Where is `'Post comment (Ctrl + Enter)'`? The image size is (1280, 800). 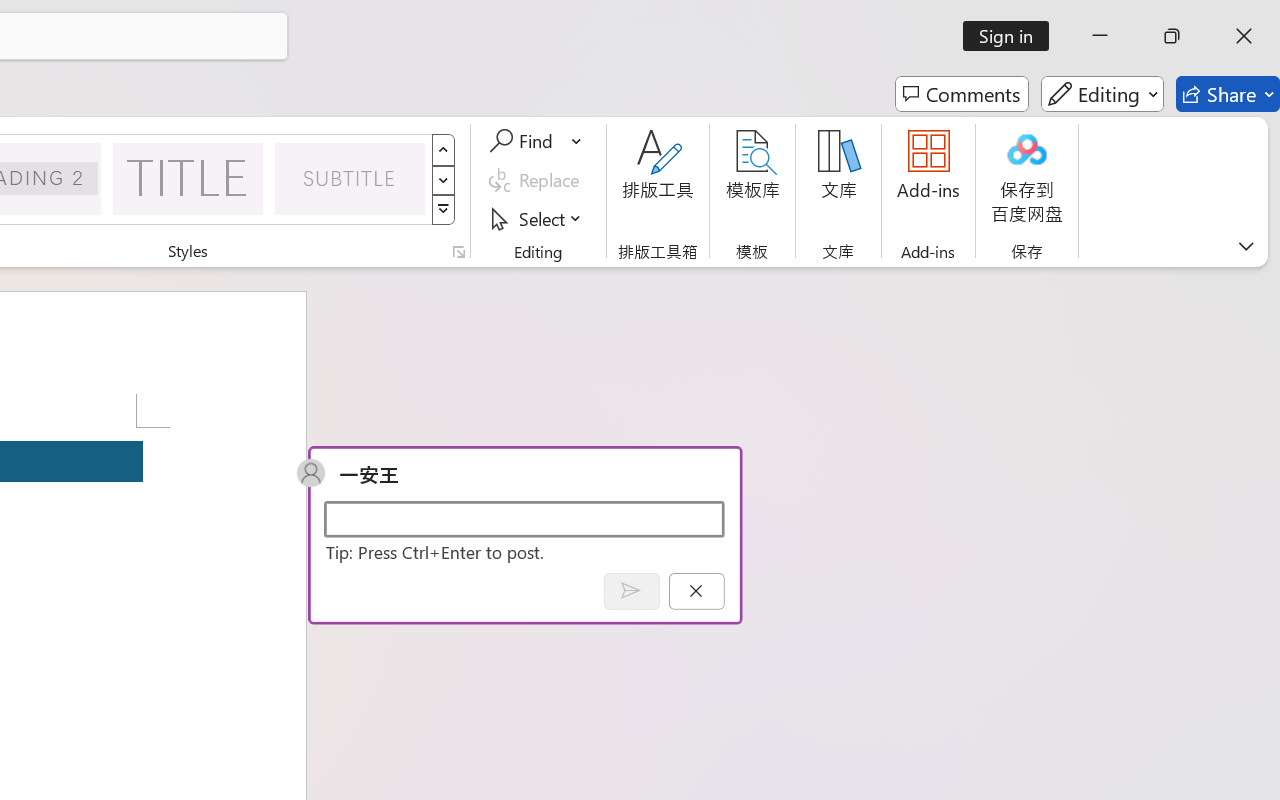 'Post comment (Ctrl + Enter)' is located at coordinates (630, 590).